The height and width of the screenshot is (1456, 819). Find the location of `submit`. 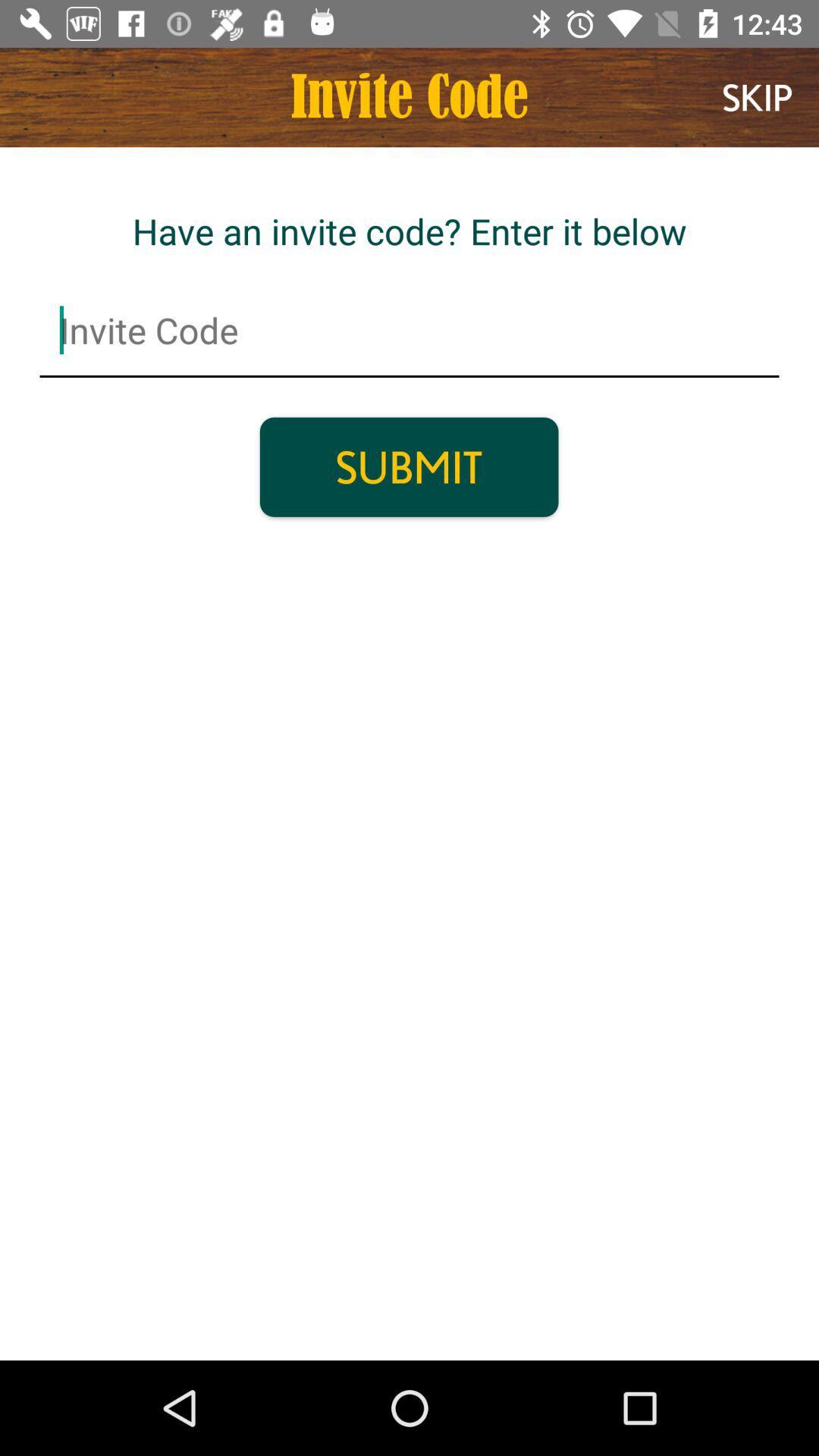

submit is located at coordinates (408, 466).